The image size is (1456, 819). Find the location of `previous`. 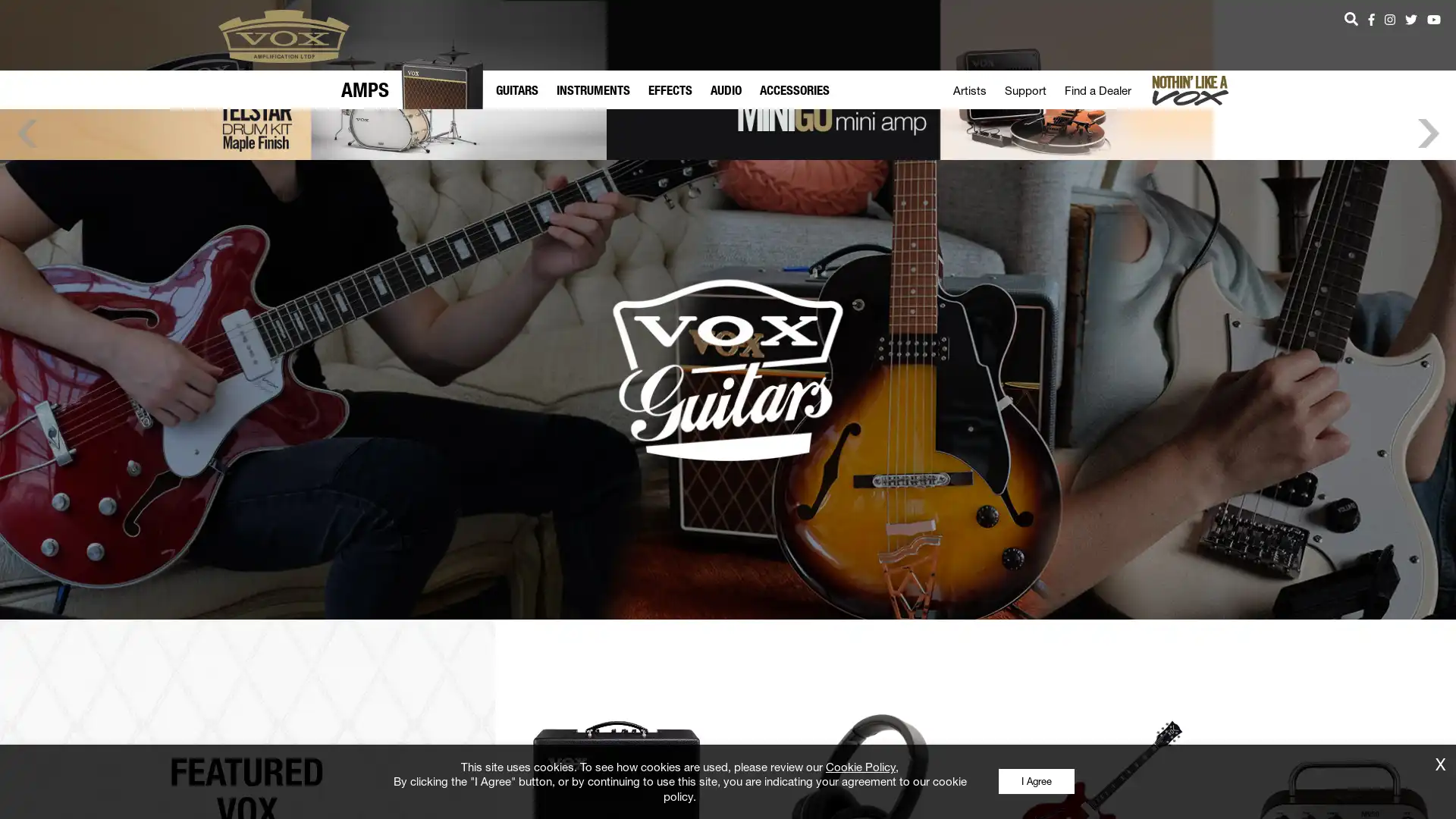

previous is located at coordinates (27, 244).